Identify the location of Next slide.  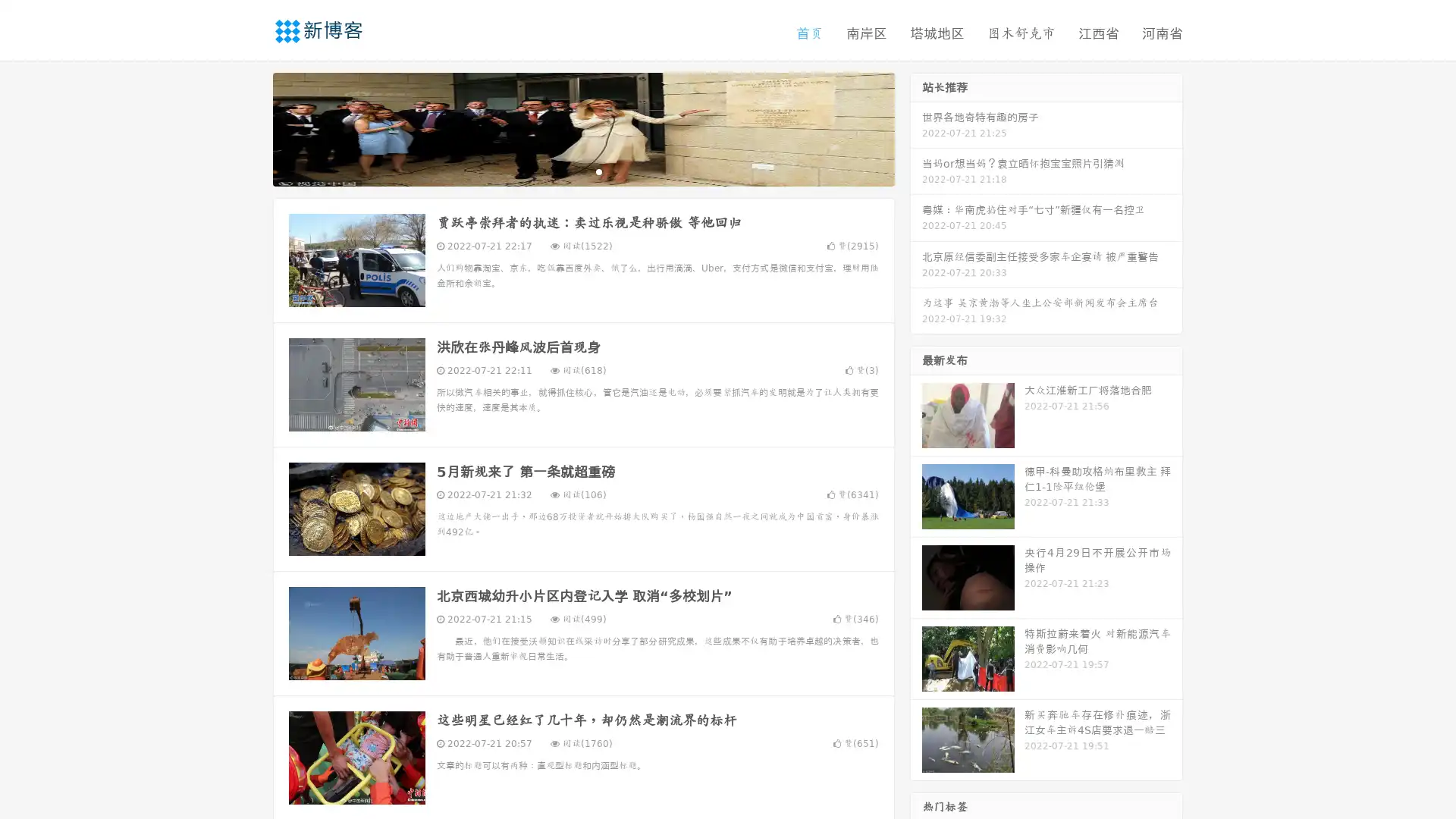
(916, 127).